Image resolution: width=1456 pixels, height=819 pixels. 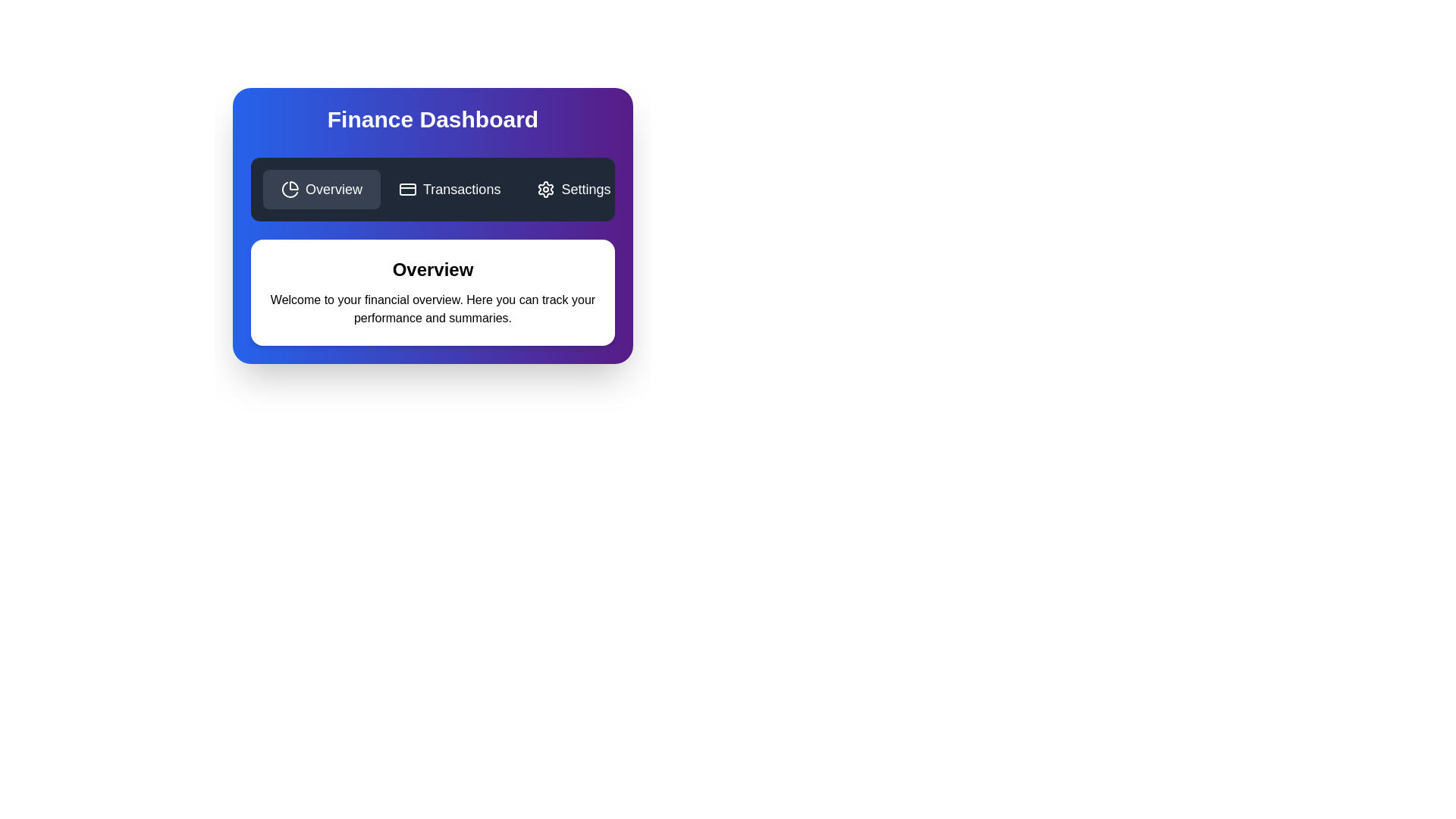 I want to click on the 'Overview' icon, which is the leftmost icon in the navigation bar at the top of the interface, so click(x=290, y=189).